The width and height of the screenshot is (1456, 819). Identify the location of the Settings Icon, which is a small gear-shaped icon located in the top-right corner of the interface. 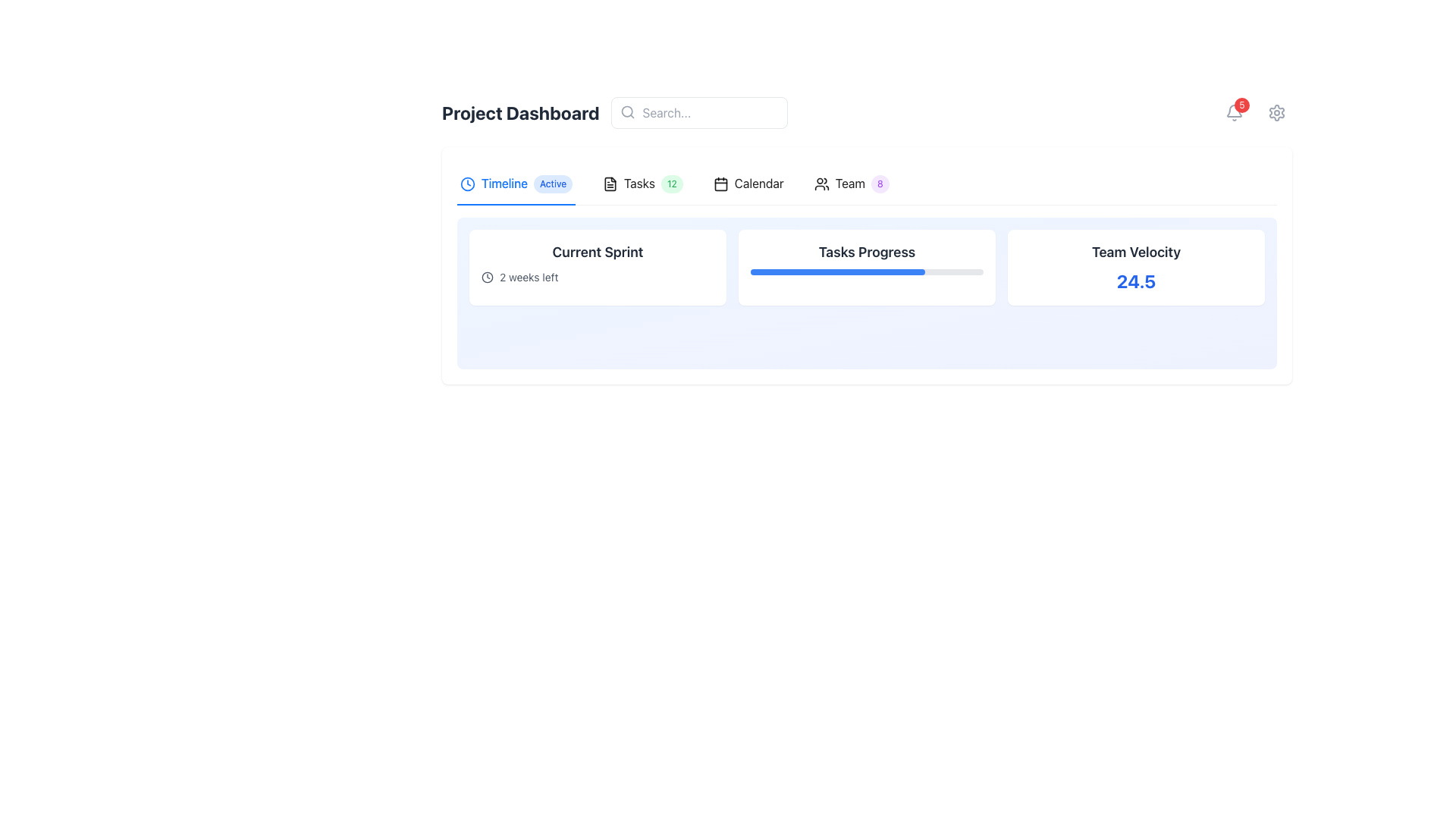
(1276, 112).